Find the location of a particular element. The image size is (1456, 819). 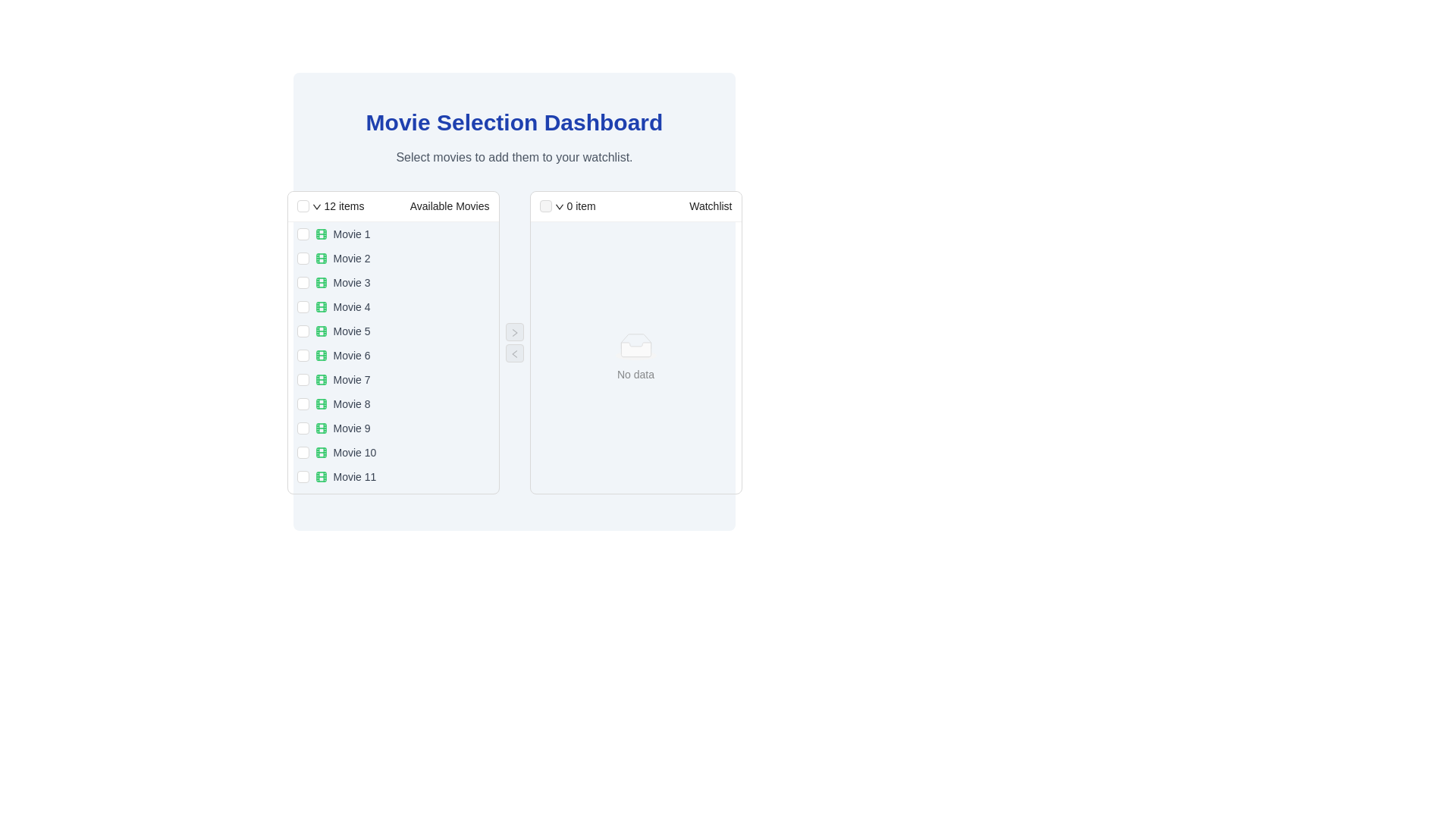

the list item labeled 'Movie 4' with a checkbox is located at coordinates (393, 307).